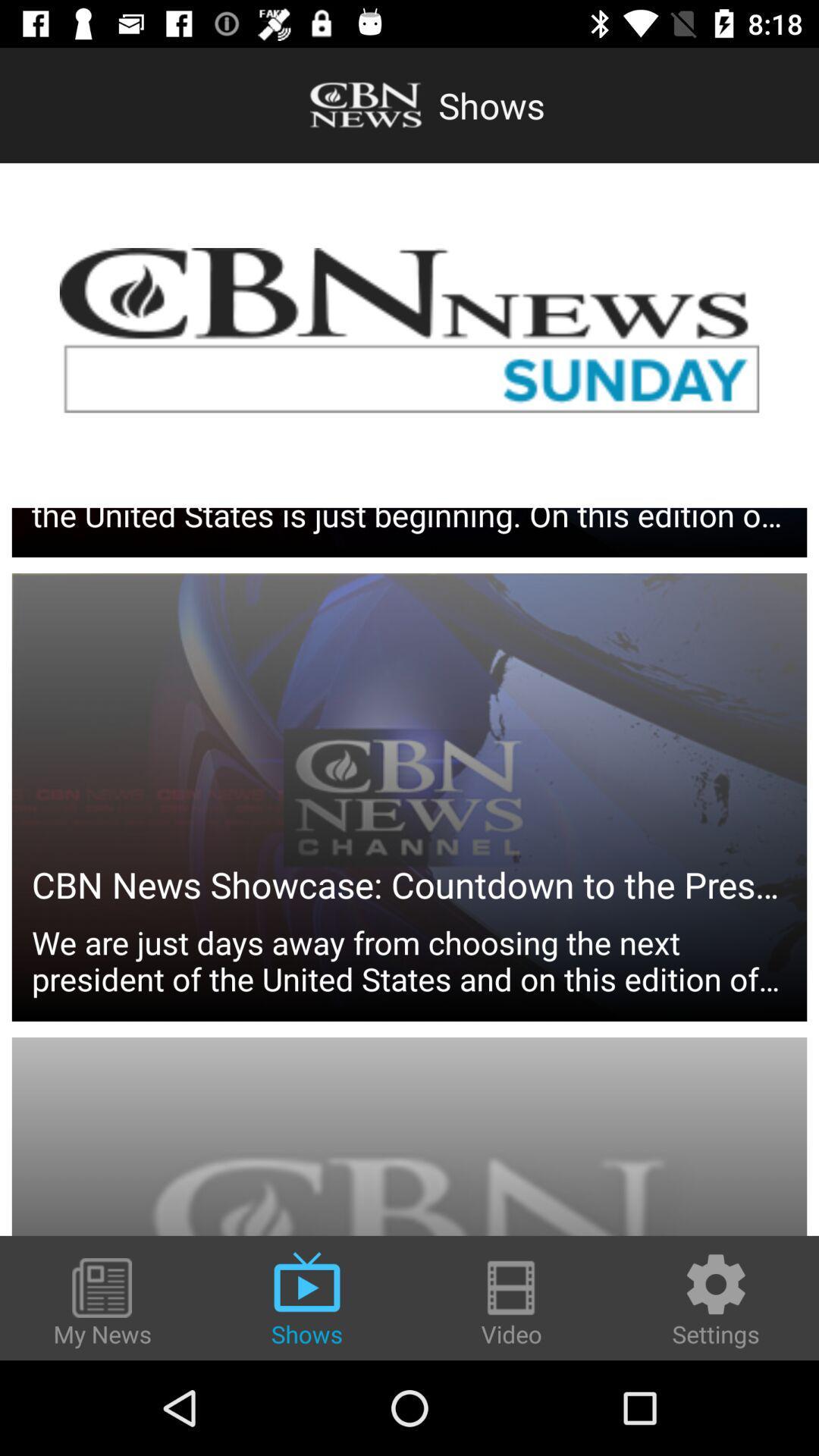 The width and height of the screenshot is (819, 1456). I want to click on the icon next to the shows icon, so click(102, 1303).